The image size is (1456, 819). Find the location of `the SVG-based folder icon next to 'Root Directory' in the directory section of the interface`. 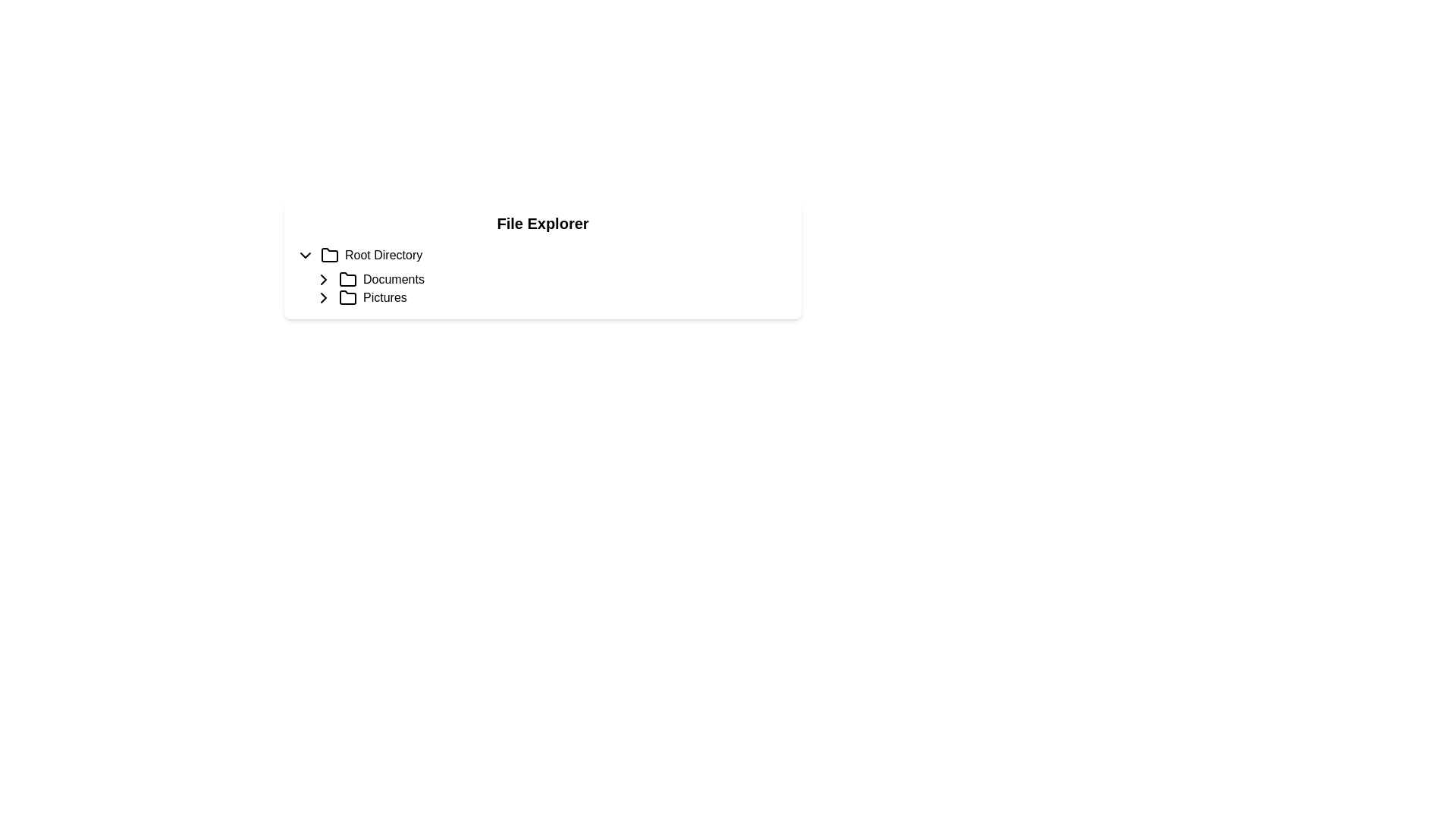

the SVG-based folder icon next to 'Root Directory' in the directory section of the interface is located at coordinates (329, 254).